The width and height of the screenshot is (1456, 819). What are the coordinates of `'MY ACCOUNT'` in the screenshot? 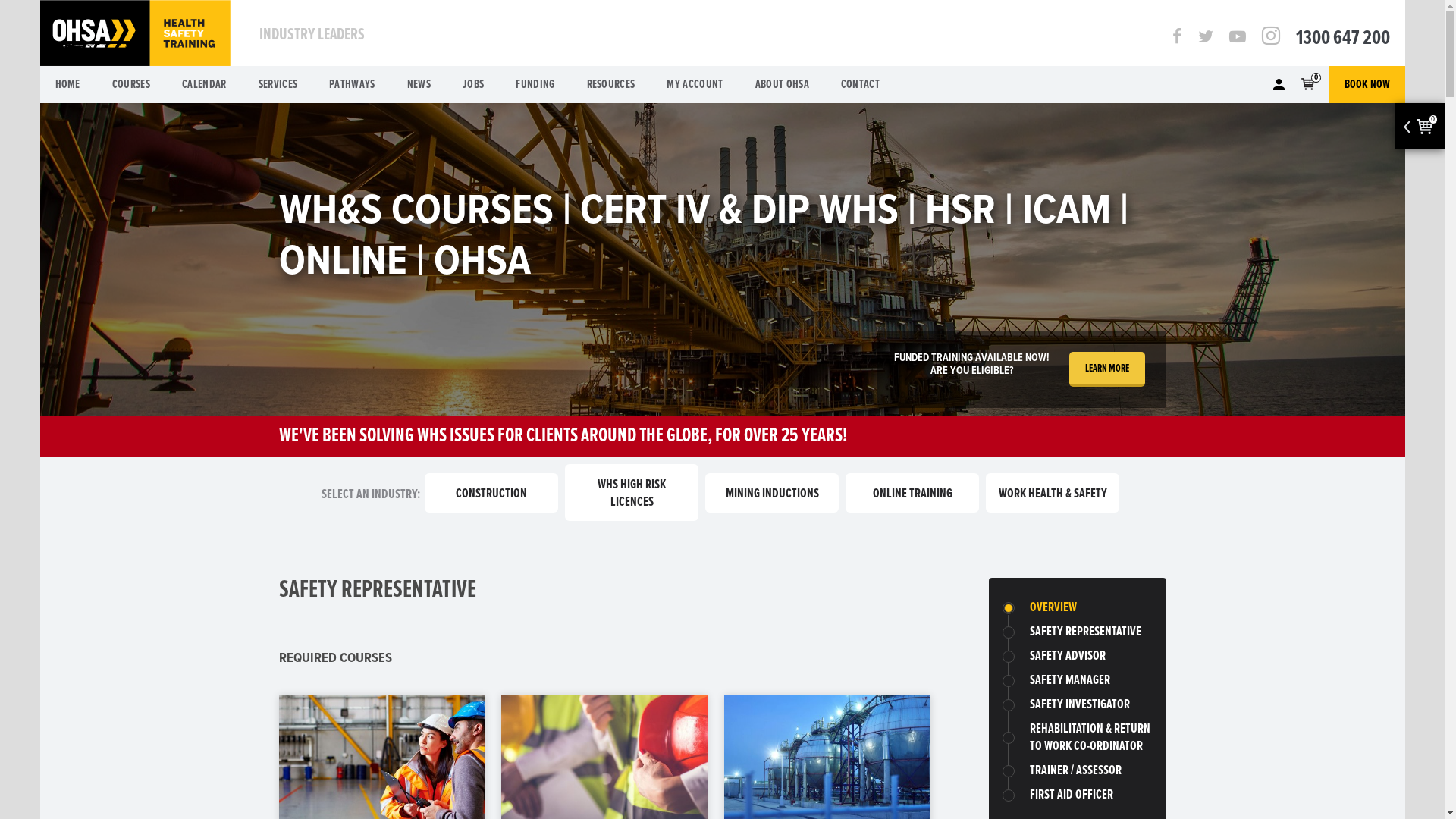 It's located at (694, 84).